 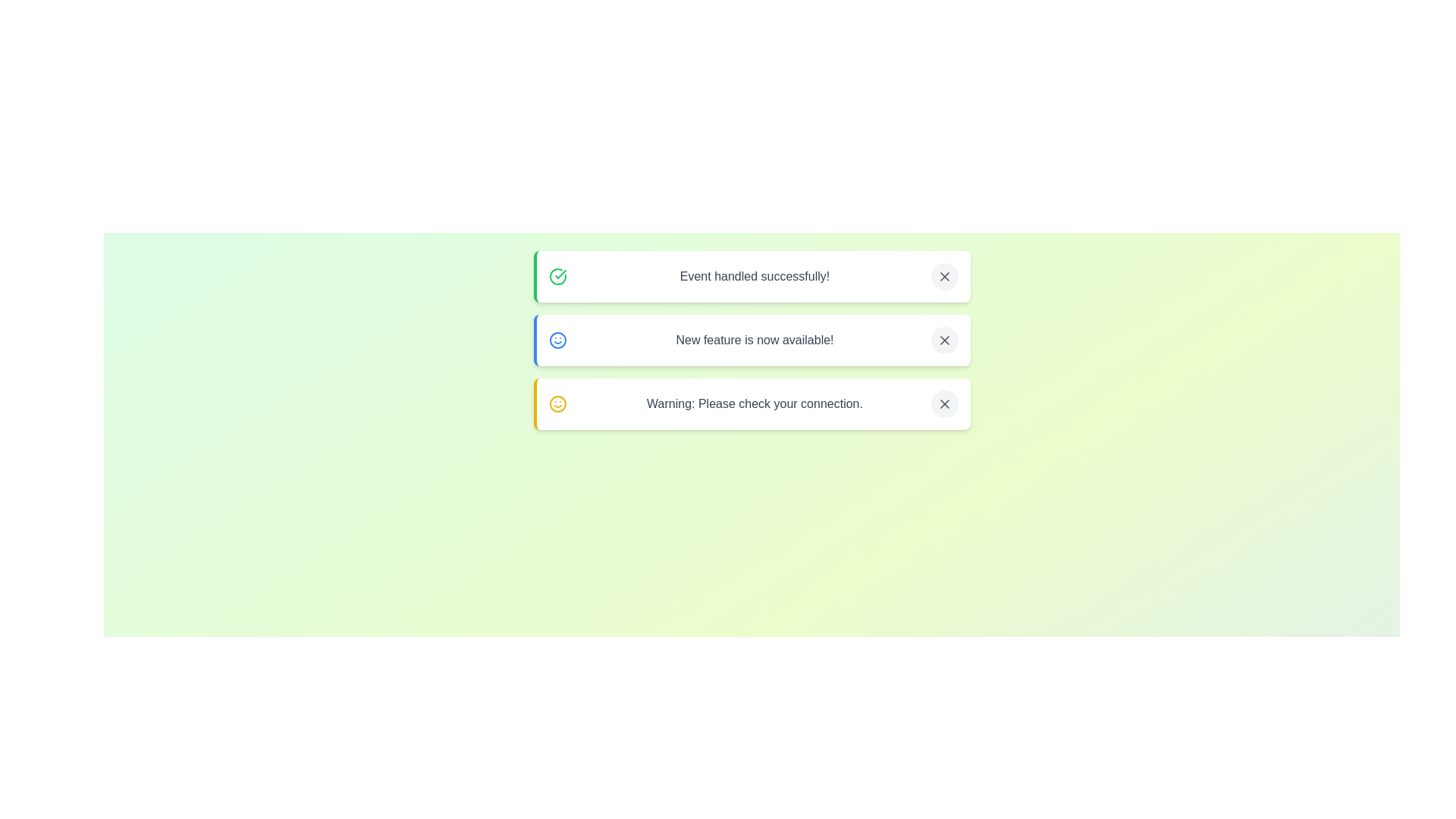 I want to click on the close icon button located at the top-right corner of the notification card that contains the message 'New feature is now available!', so click(x=943, y=339).